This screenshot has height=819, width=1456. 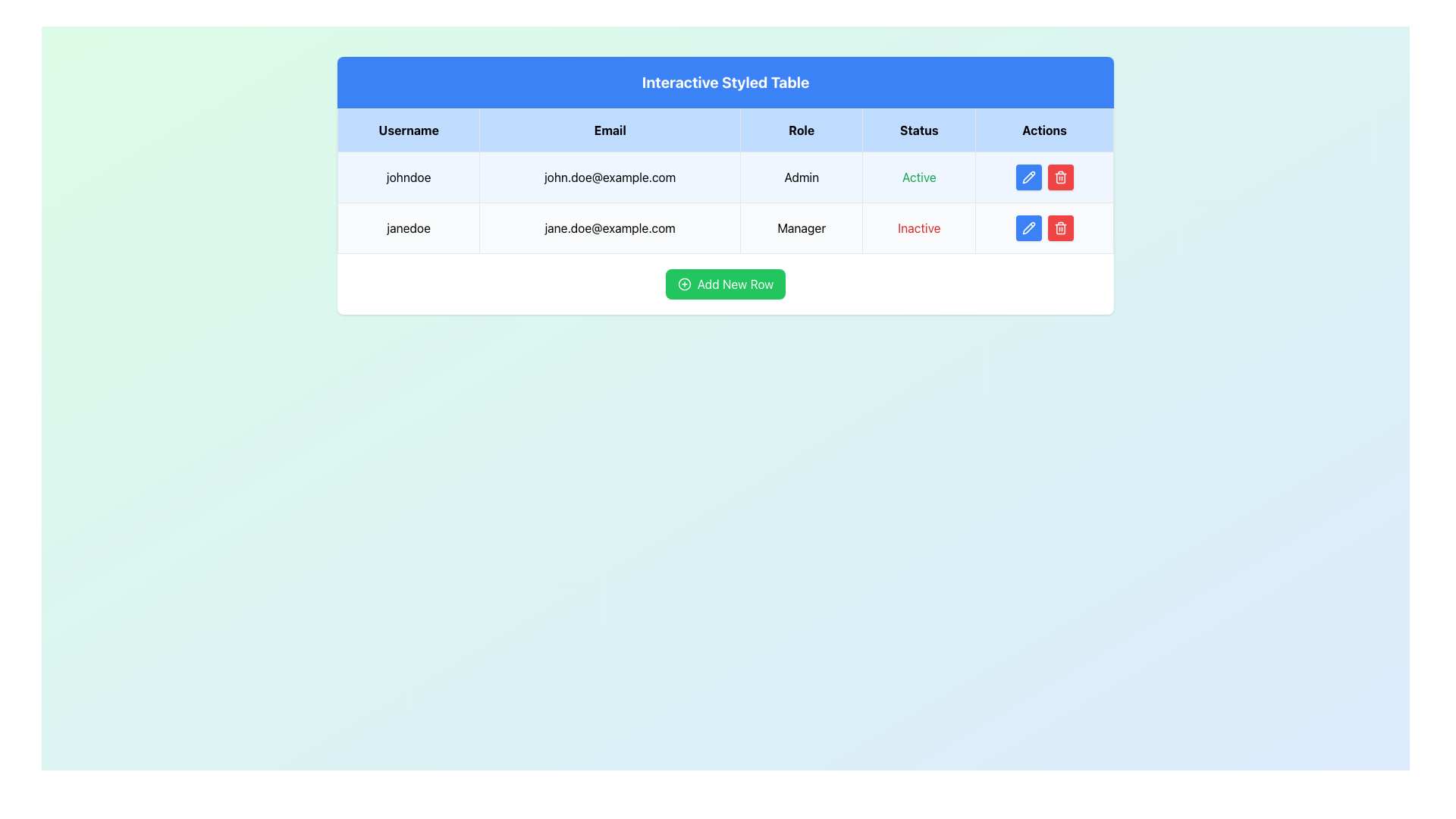 What do you see at coordinates (801, 177) in the screenshot?
I see `the 'Role' text label for user 'johndoe' located in the third column of the first row` at bounding box center [801, 177].